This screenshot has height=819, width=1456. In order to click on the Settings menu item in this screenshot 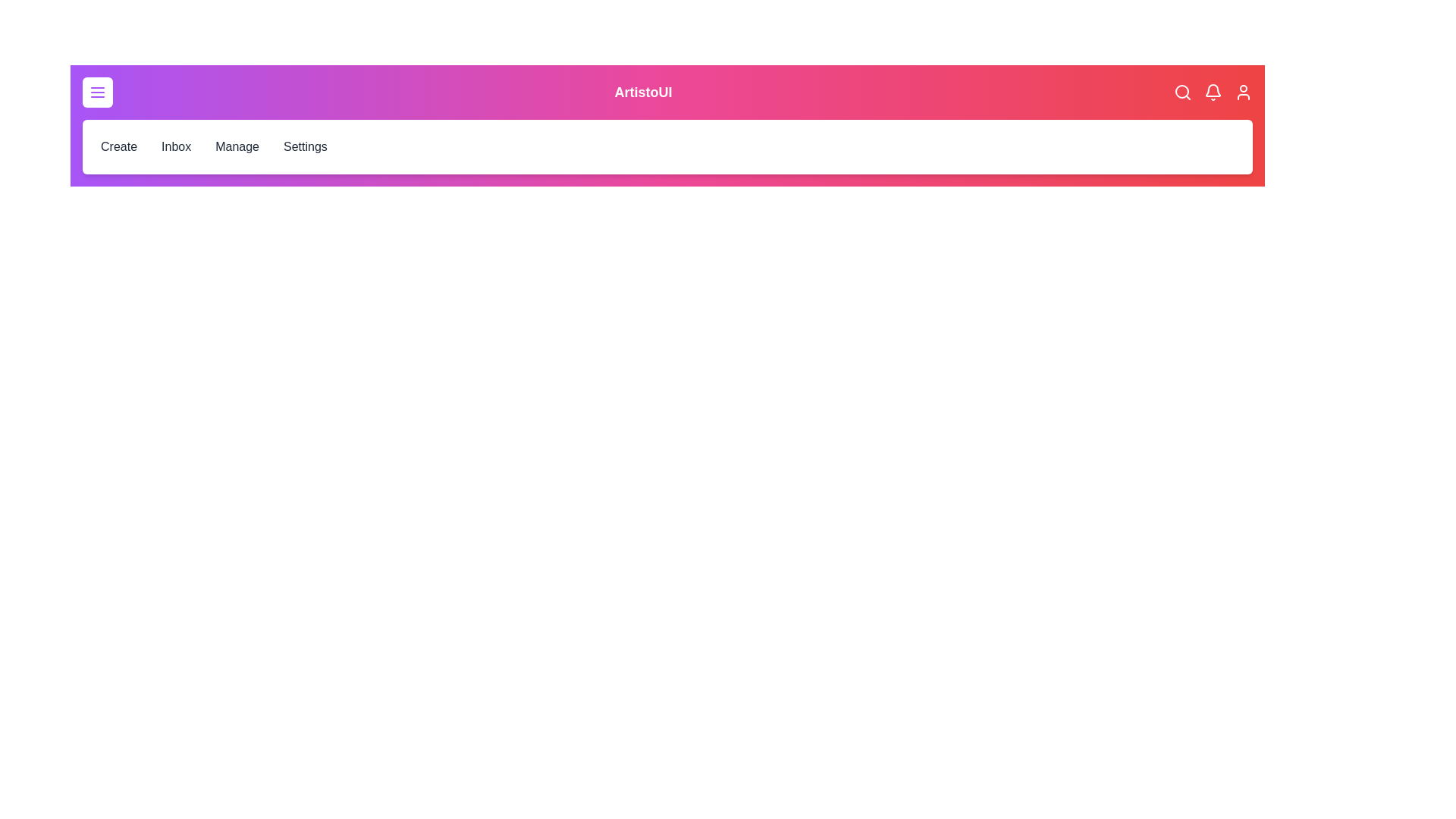, I will do `click(304, 146)`.